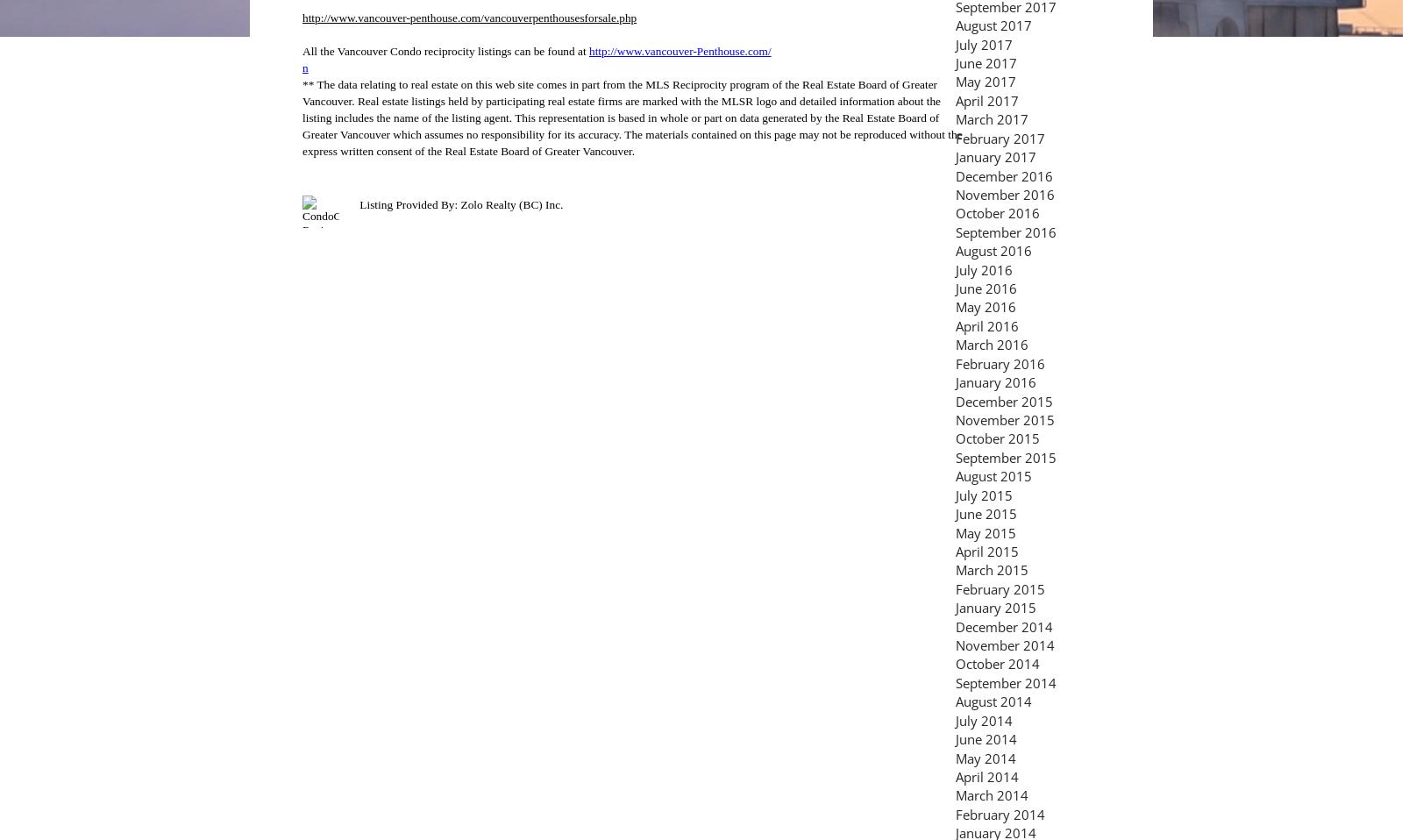  What do you see at coordinates (955, 814) in the screenshot?
I see `'February 2014'` at bounding box center [955, 814].